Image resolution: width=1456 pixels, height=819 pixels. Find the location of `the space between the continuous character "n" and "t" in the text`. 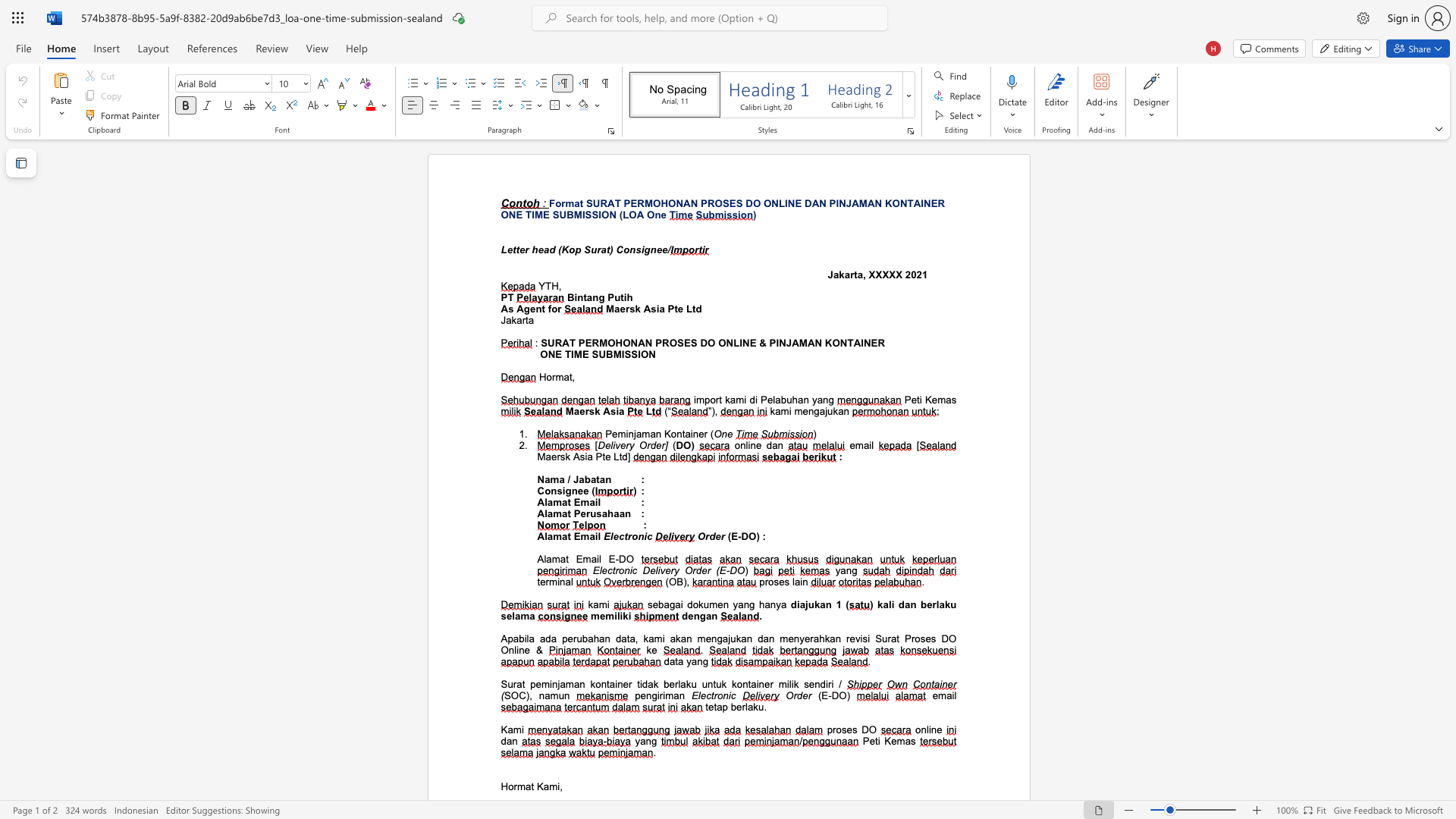

the space between the continuous character "n" and "t" in the text is located at coordinates (582, 297).